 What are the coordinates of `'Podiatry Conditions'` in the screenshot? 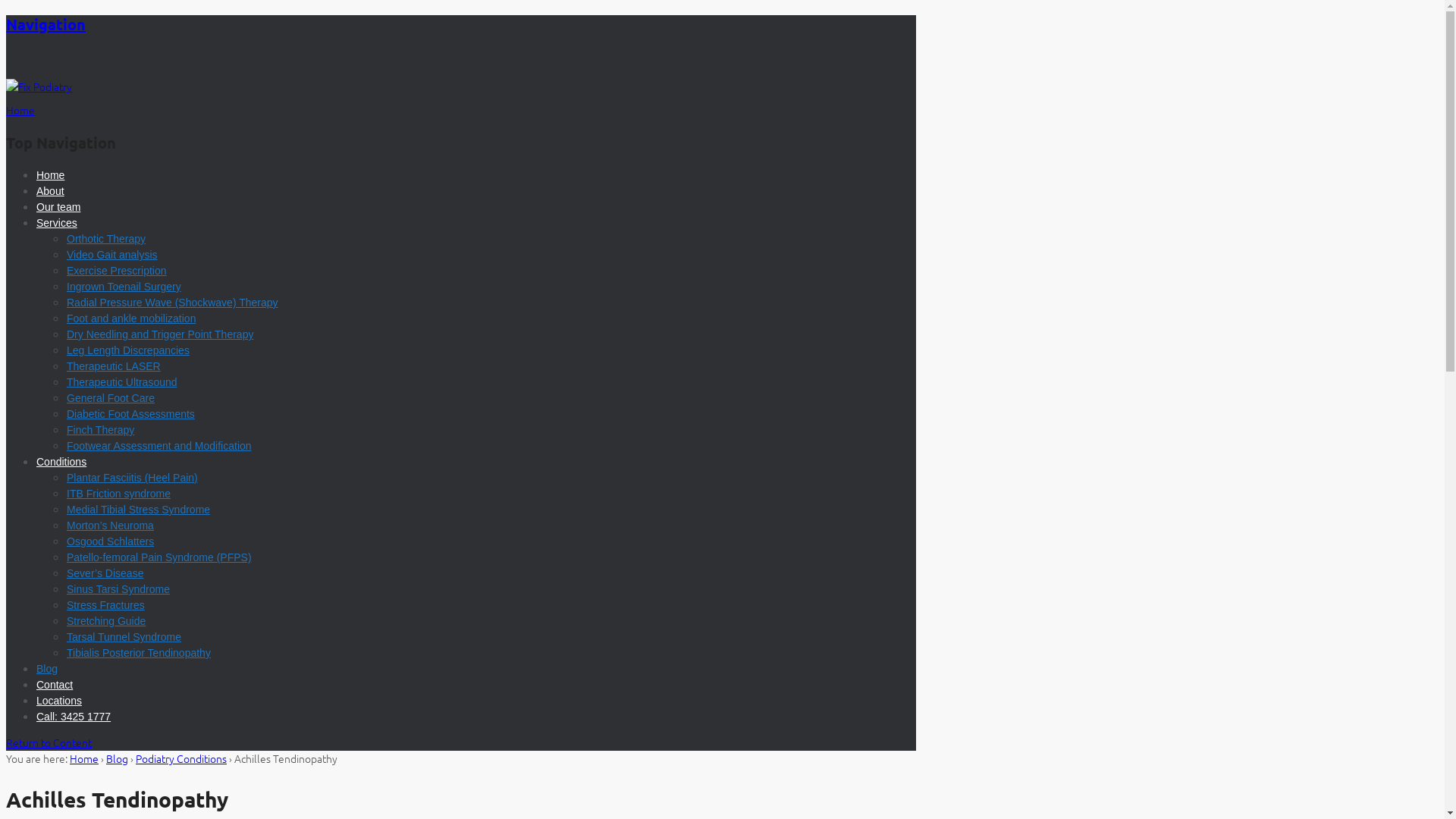 It's located at (181, 758).